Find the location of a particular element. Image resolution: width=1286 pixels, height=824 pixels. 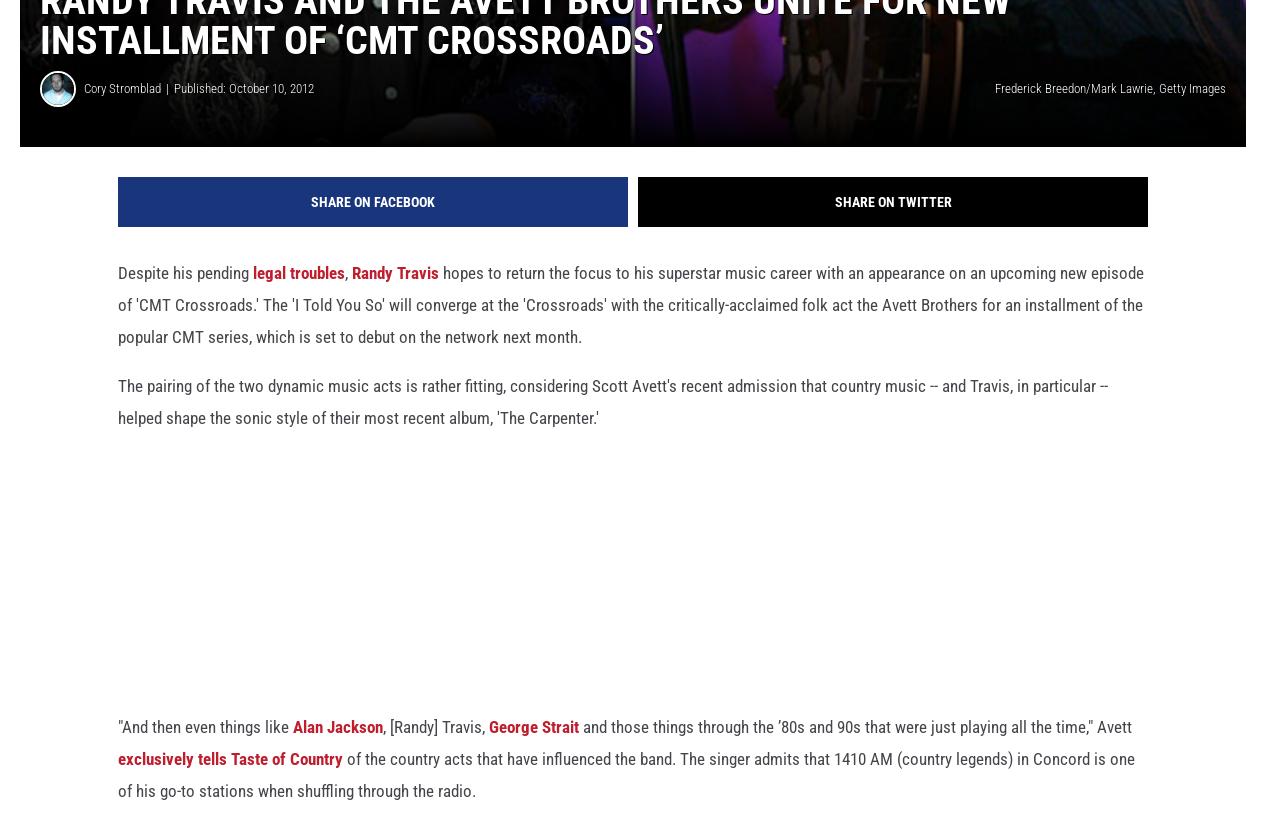

', [Randy] Travis,' is located at coordinates (434, 744).